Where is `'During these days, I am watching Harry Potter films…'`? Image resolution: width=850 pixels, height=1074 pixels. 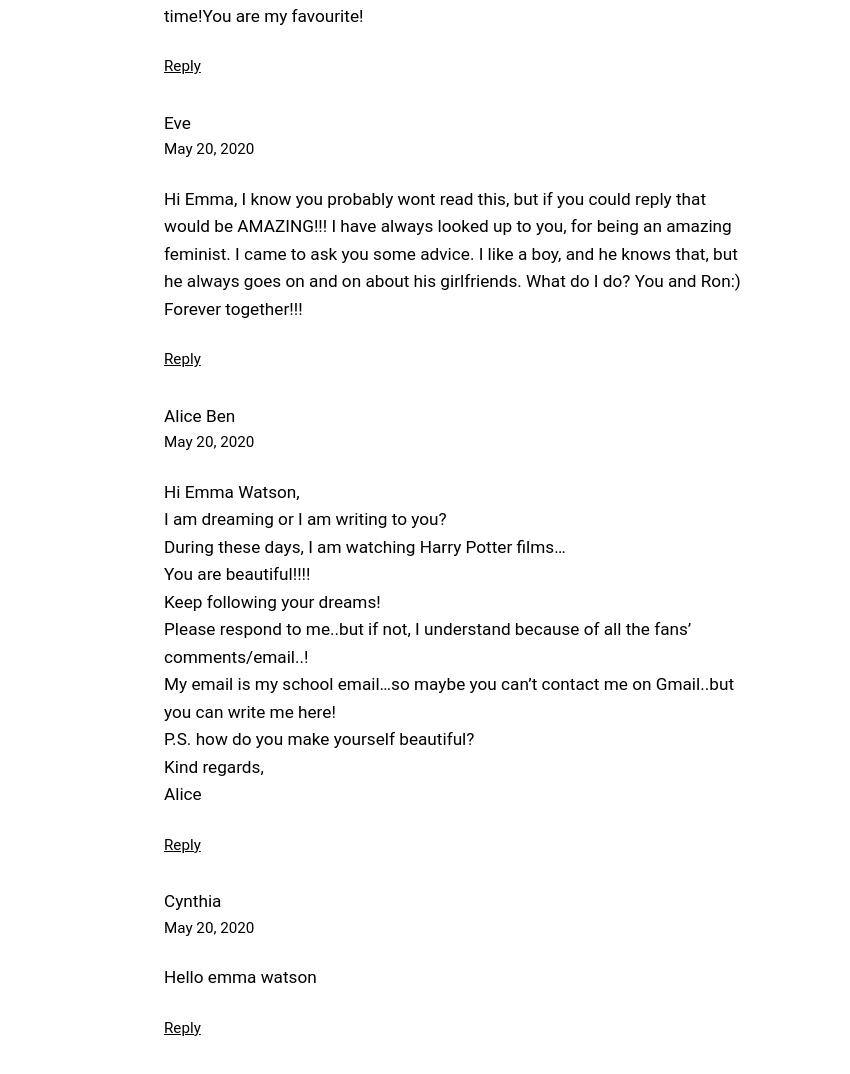
'During these days, I am watching Harry Potter films…' is located at coordinates (363, 545).